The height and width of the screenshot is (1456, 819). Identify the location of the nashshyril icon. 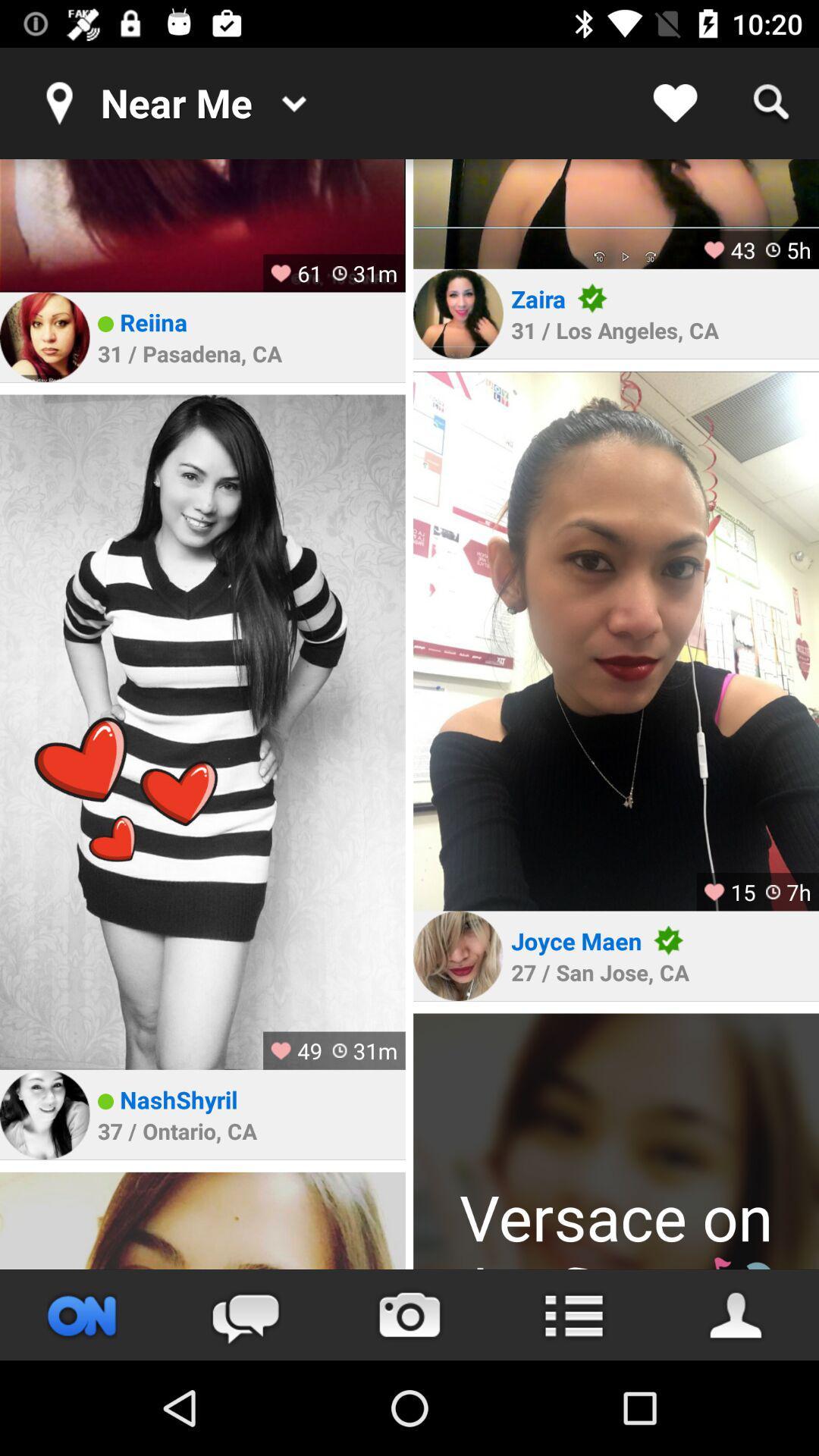
(177, 1100).